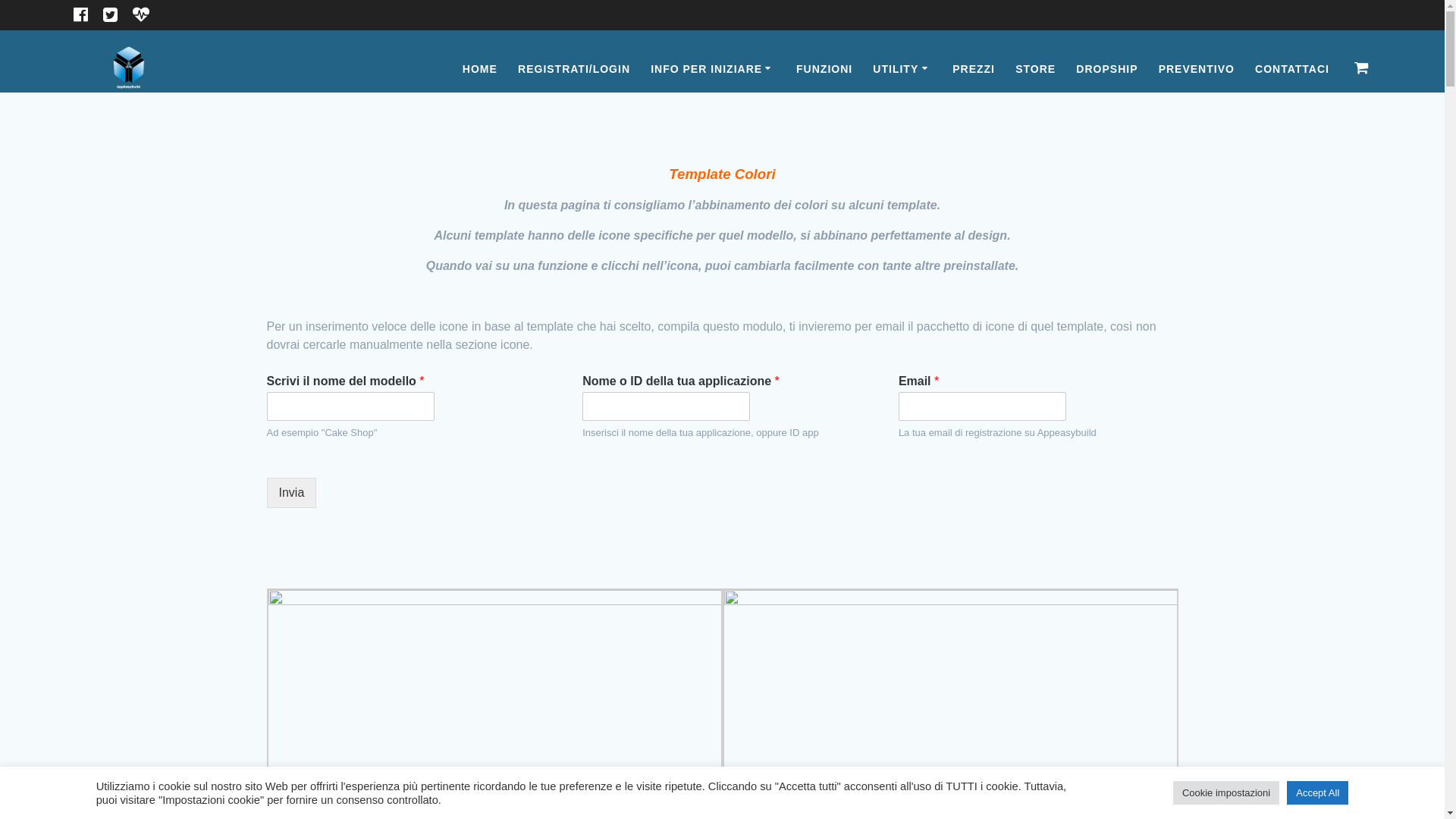 The height and width of the screenshot is (819, 1456). I want to click on 'Accept All', so click(1316, 792).